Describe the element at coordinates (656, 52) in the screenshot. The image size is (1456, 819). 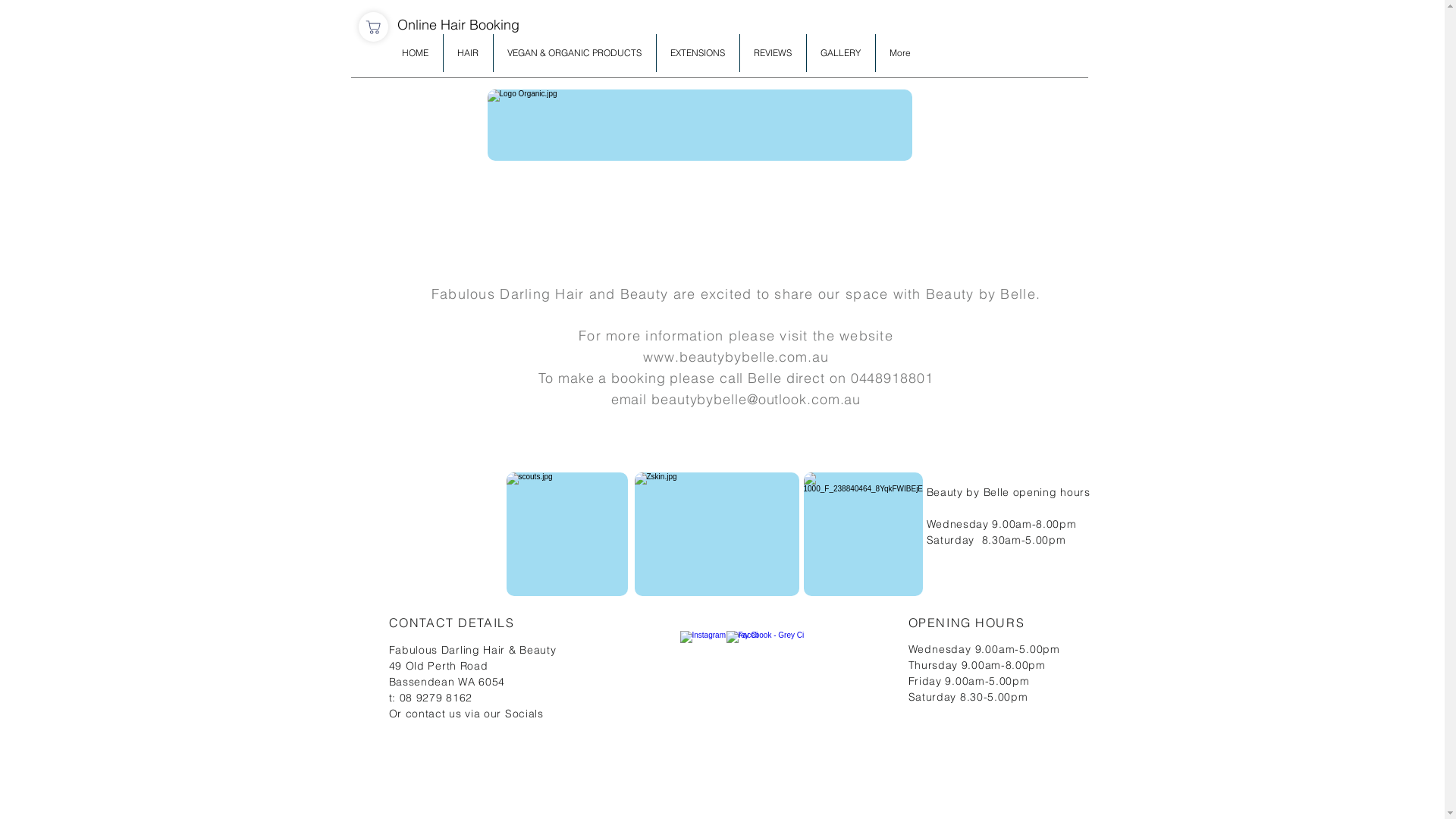
I see `'EXTENSIONS'` at that location.